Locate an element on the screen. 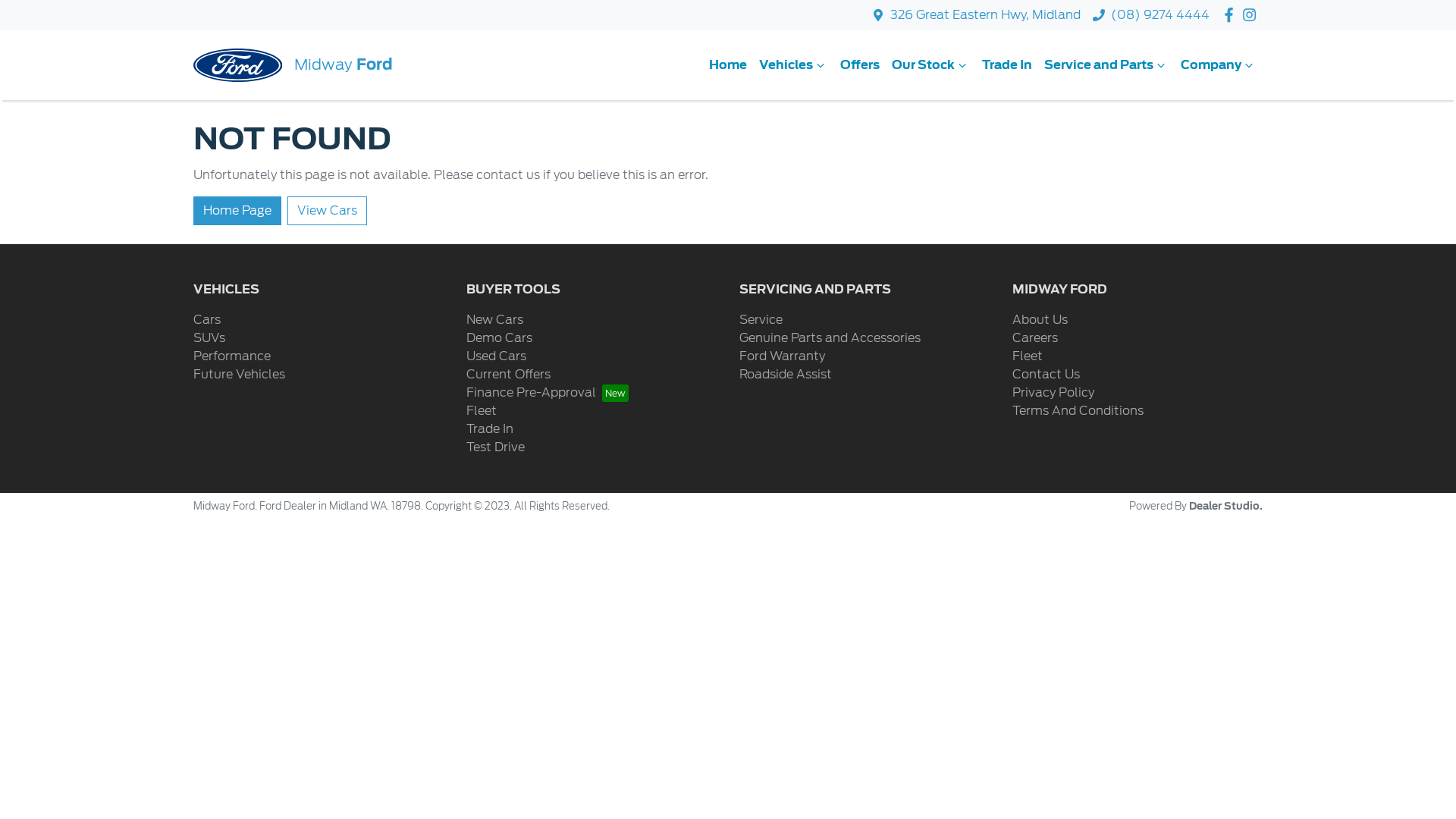 The height and width of the screenshot is (819, 1456). 'New Cars' is located at coordinates (465, 318).